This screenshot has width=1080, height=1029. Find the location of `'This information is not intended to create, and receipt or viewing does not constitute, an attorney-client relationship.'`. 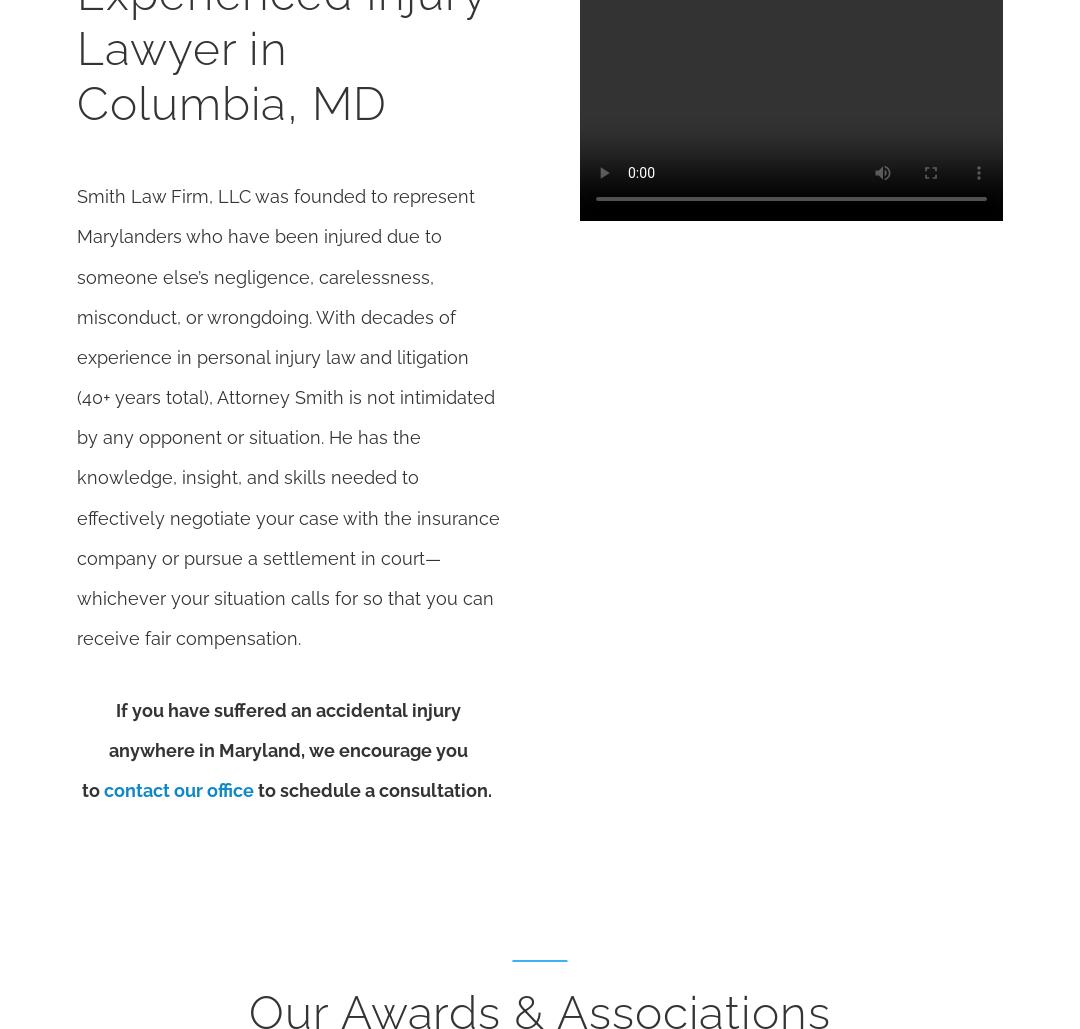

'This information is not intended to create, and receipt or viewing does not constitute, an attorney-client relationship.' is located at coordinates (76, 845).